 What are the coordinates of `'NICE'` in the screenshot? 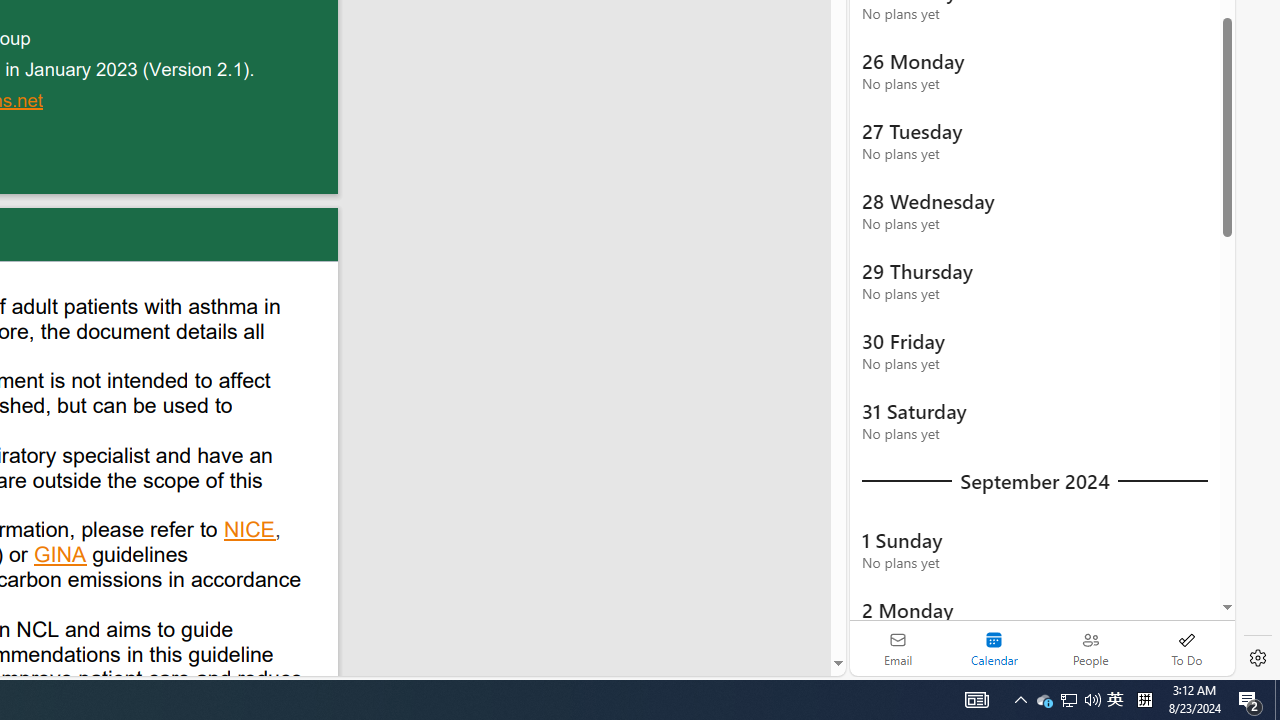 It's located at (249, 531).